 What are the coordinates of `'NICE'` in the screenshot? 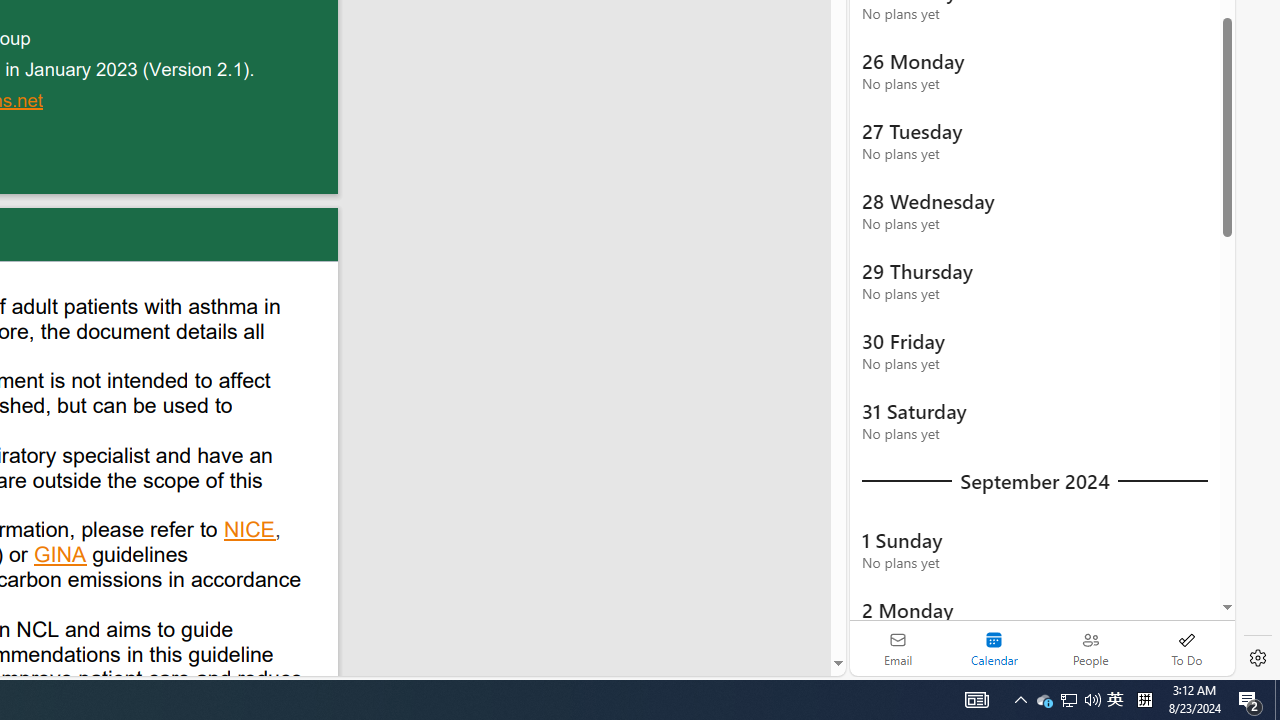 It's located at (249, 531).